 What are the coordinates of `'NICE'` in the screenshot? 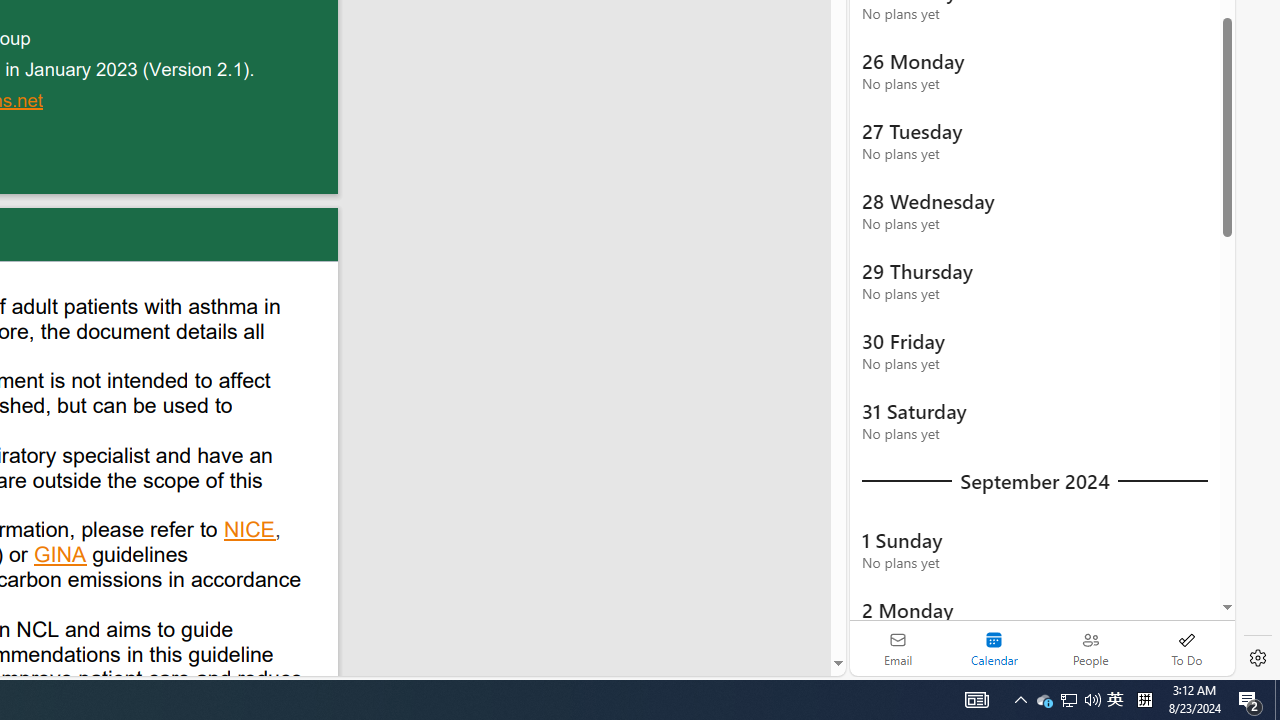 It's located at (249, 531).